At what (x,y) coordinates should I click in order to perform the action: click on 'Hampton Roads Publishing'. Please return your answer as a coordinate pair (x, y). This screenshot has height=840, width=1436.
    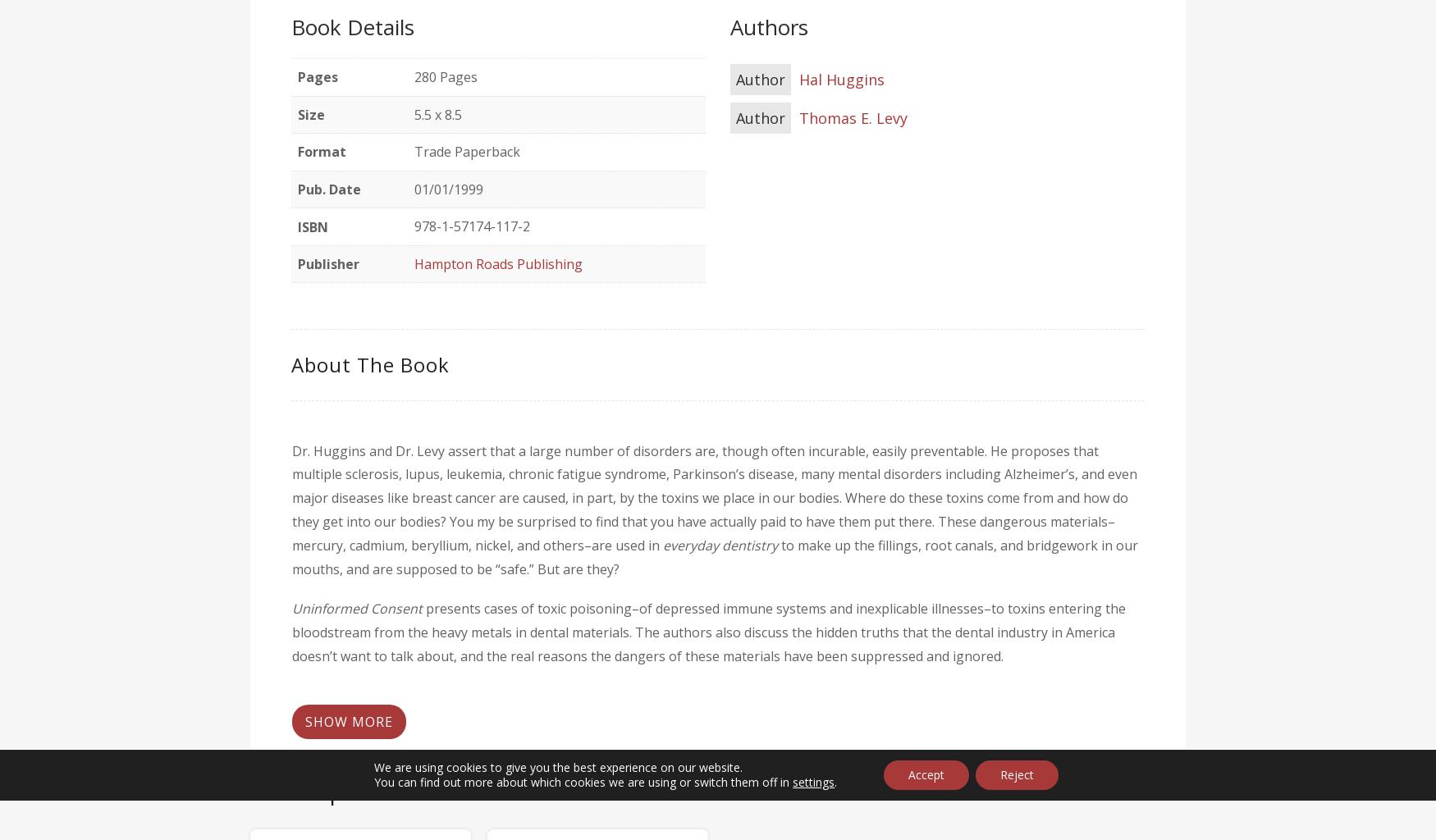
    Looking at the image, I should click on (498, 262).